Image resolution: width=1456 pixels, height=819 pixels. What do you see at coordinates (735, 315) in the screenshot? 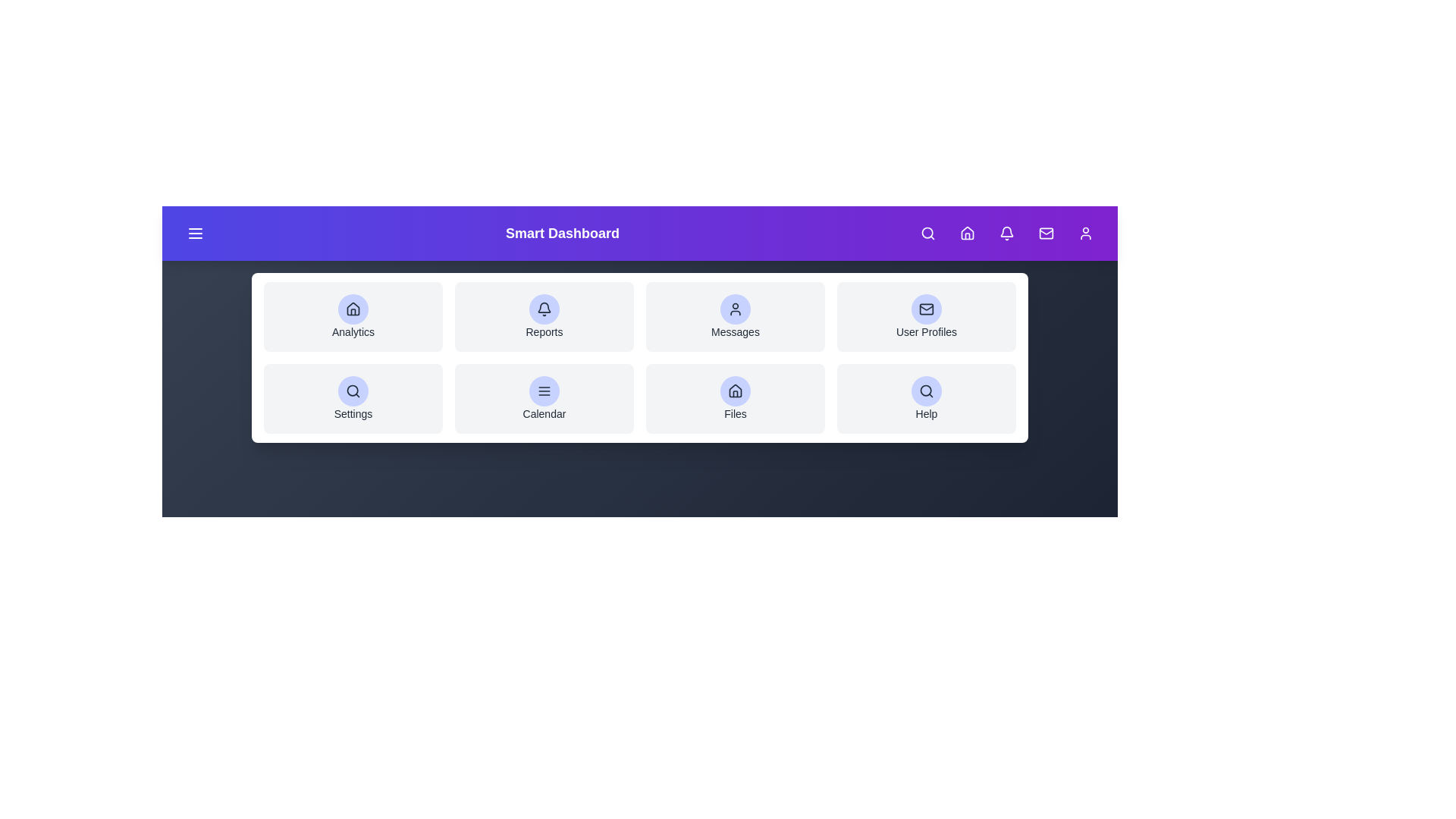
I see `the grid item labeled Messages` at bounding box center [735, 315].